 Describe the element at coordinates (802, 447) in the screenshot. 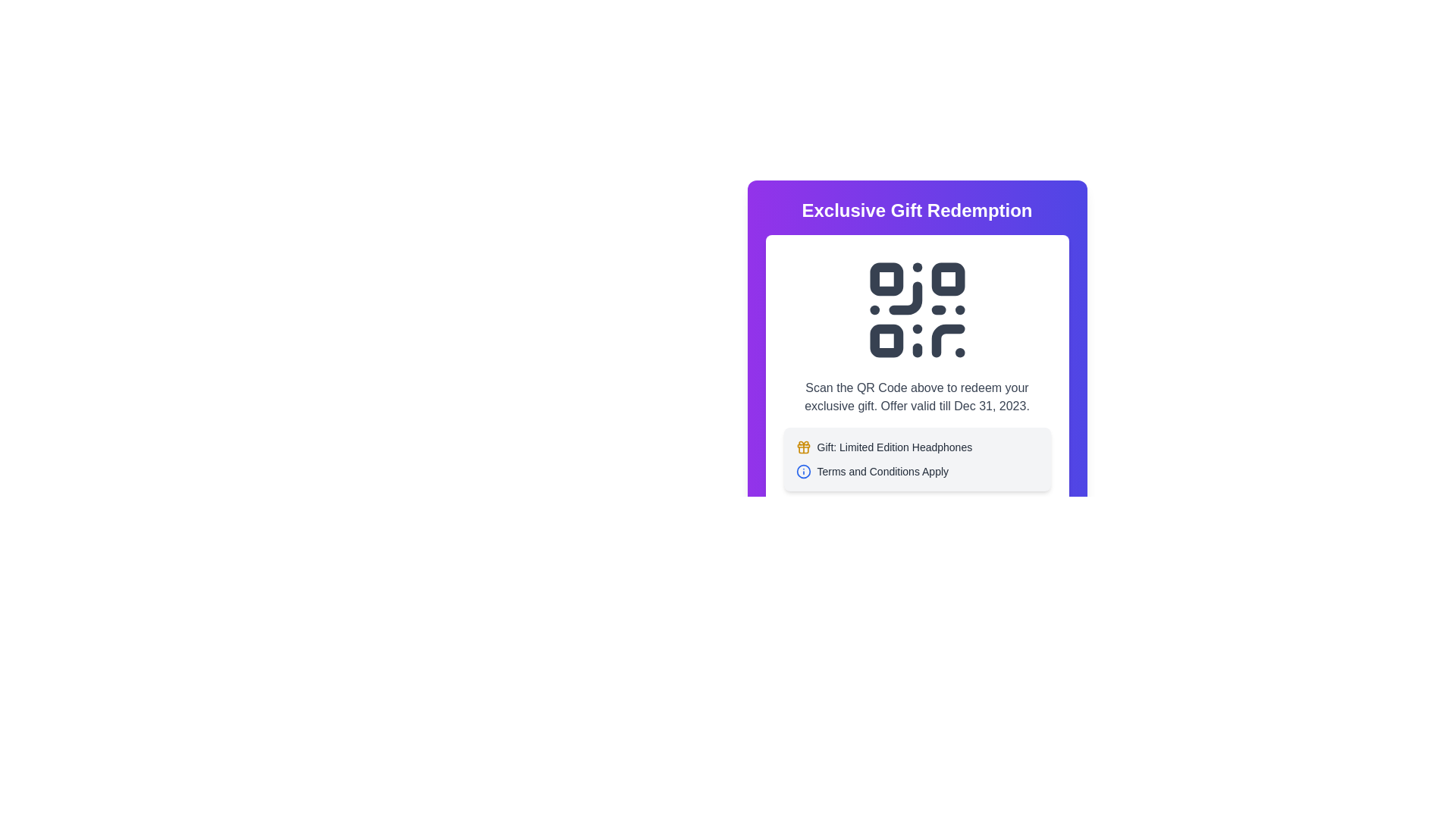

I see `the gift icon located to the left of the text 'Gift: Limited Edition Headphones'` at that location.